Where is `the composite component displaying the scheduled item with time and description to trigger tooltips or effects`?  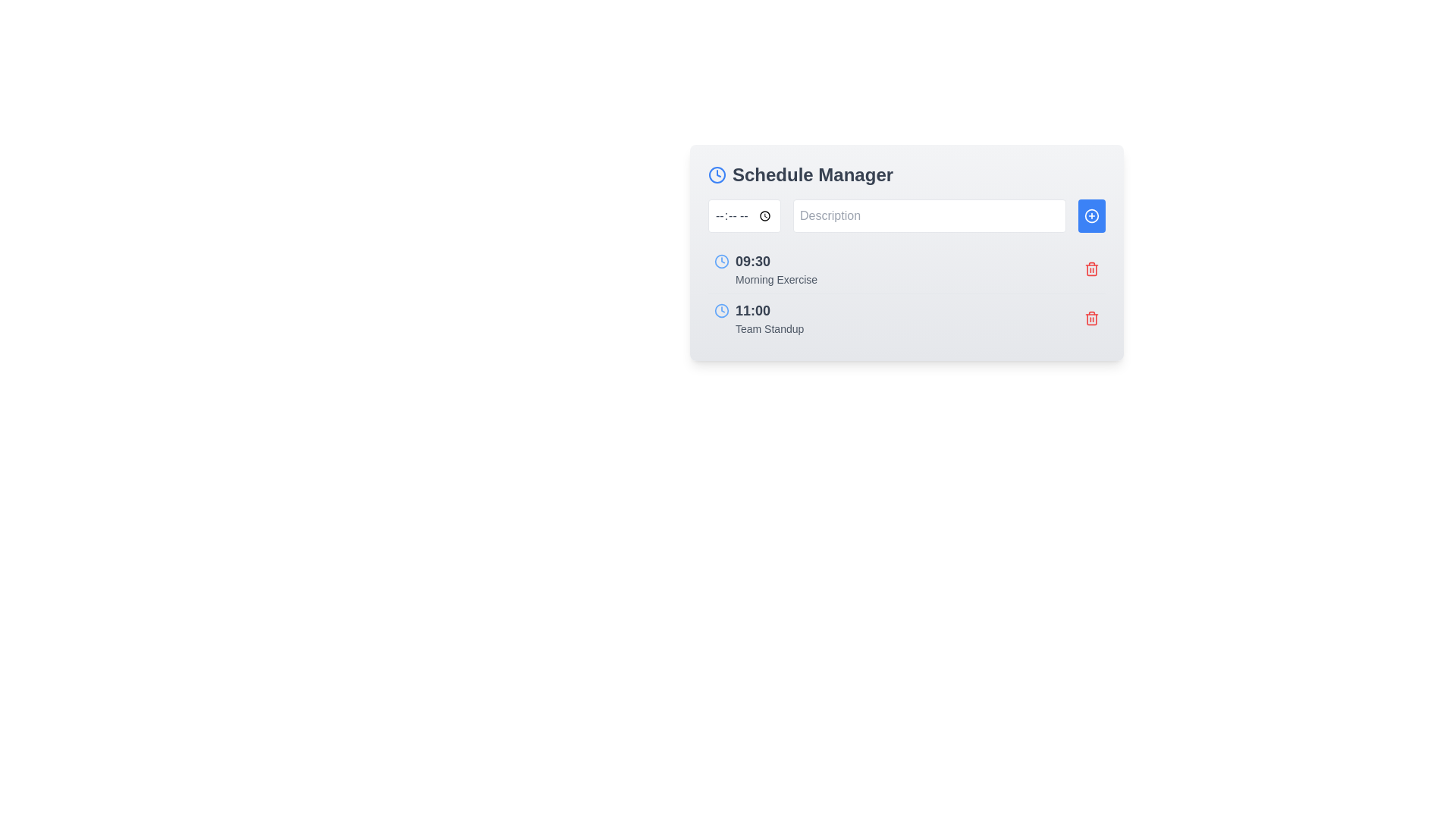 the composite component displaying the scheduled item with time and description to trigger tooltips or effects is located at coordinates (906, 268).